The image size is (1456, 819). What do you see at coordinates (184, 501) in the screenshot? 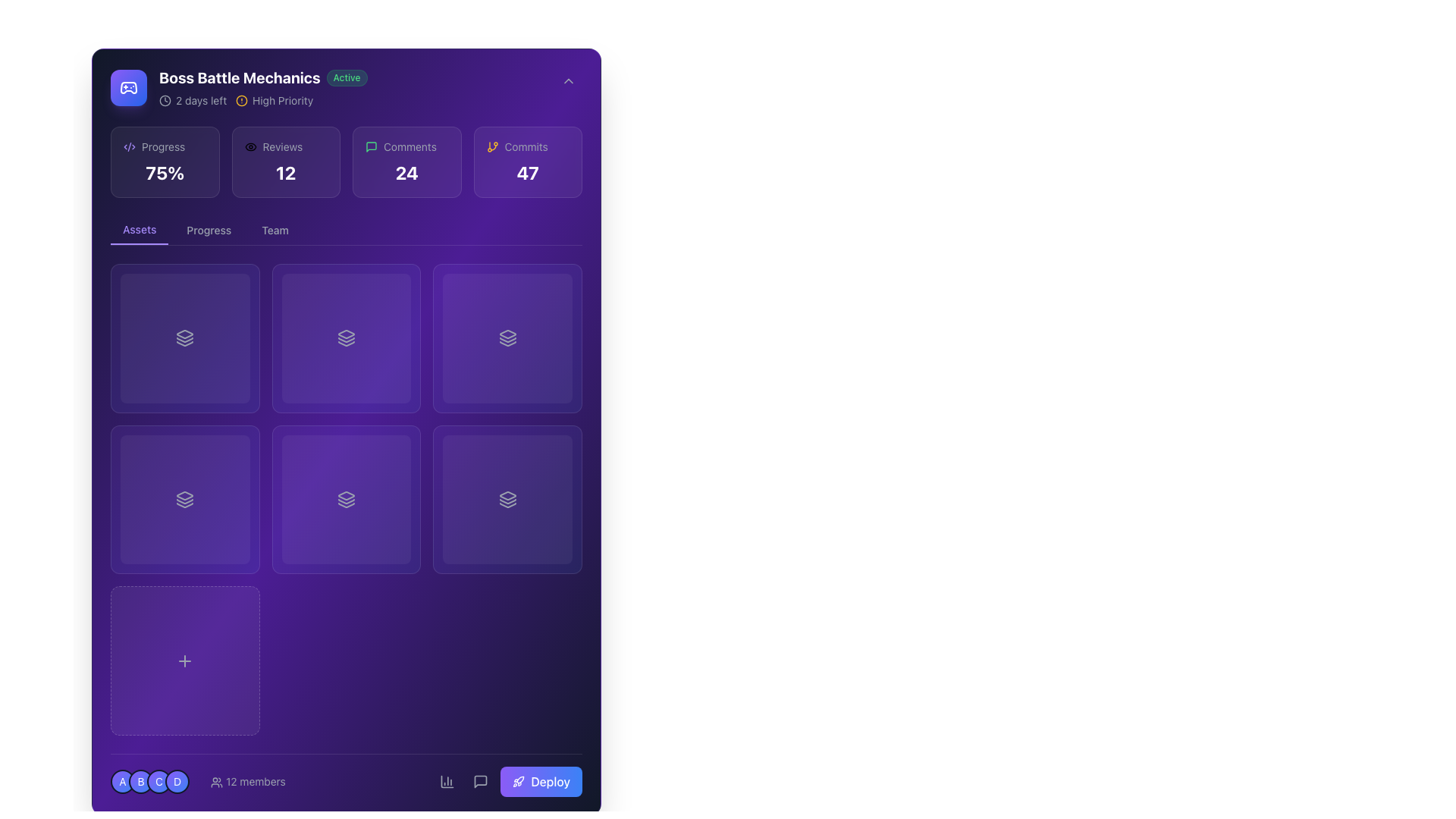
I see `the stack icon located in the bottom left cell of a 3x2 grid arrangement` at bounding box center [184, 501].